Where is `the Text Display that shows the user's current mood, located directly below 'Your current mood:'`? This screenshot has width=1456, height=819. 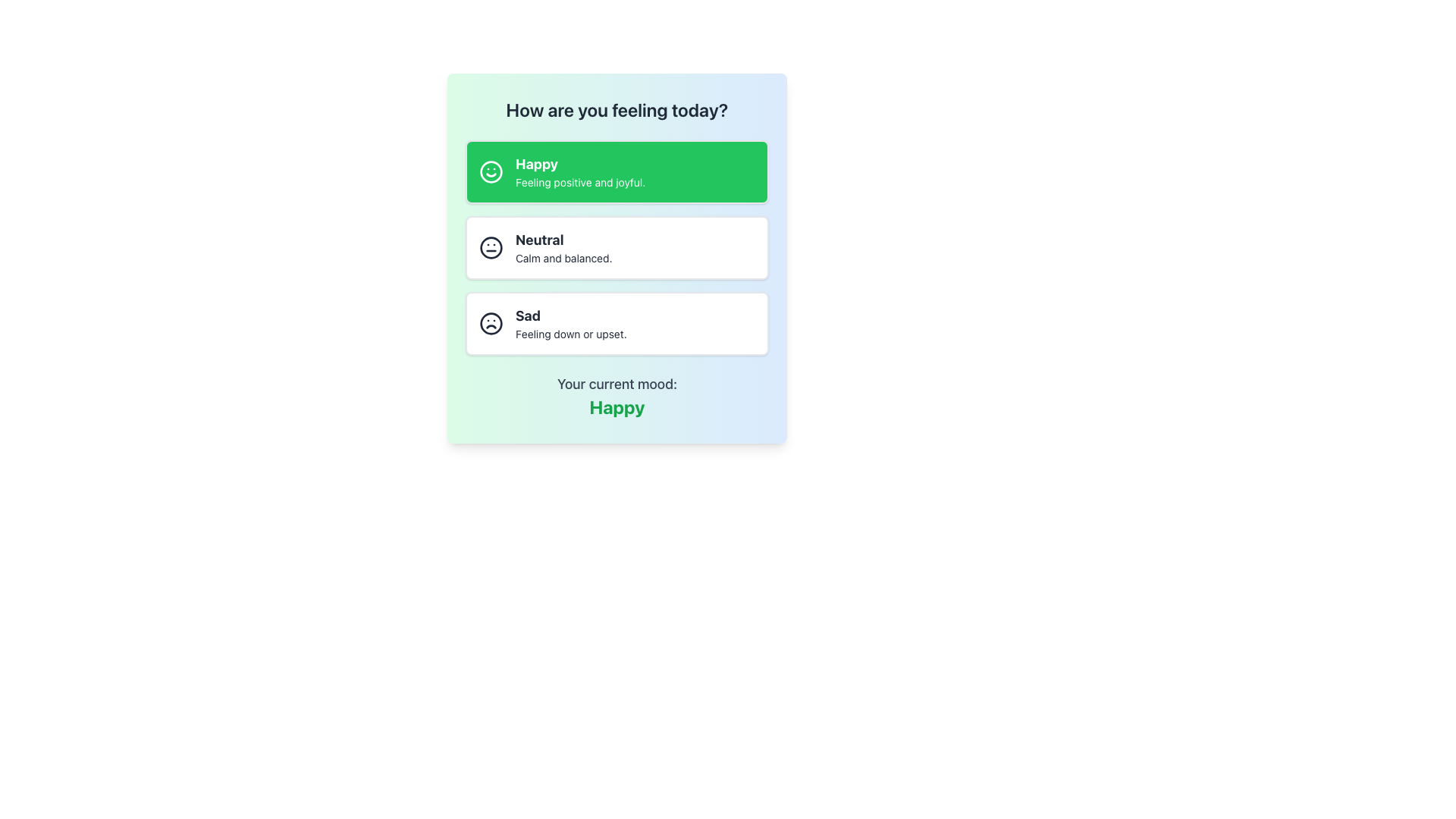
the Text Display that shows the user's current mood, located directly below 'Your current mood:' is located at coordinates (617, 406).